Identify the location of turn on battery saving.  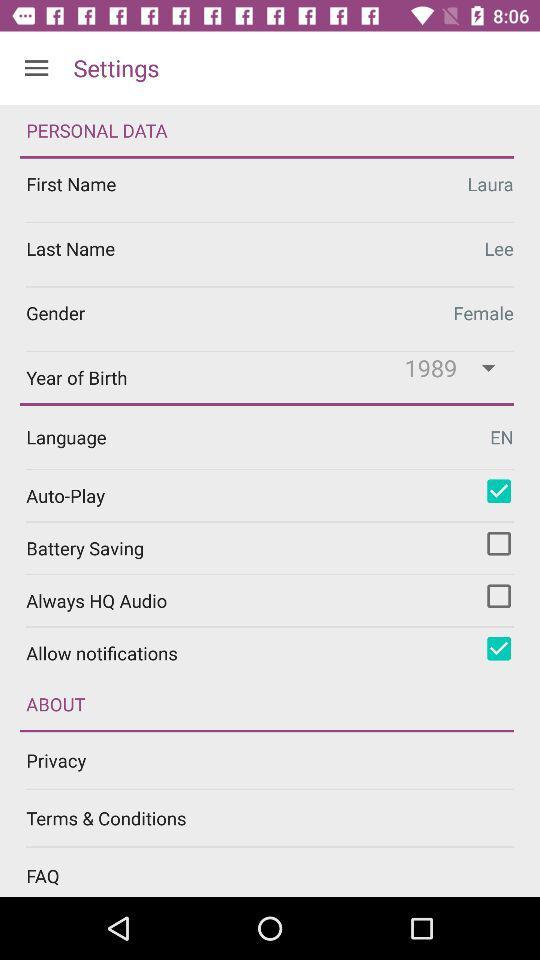
(498, 543).